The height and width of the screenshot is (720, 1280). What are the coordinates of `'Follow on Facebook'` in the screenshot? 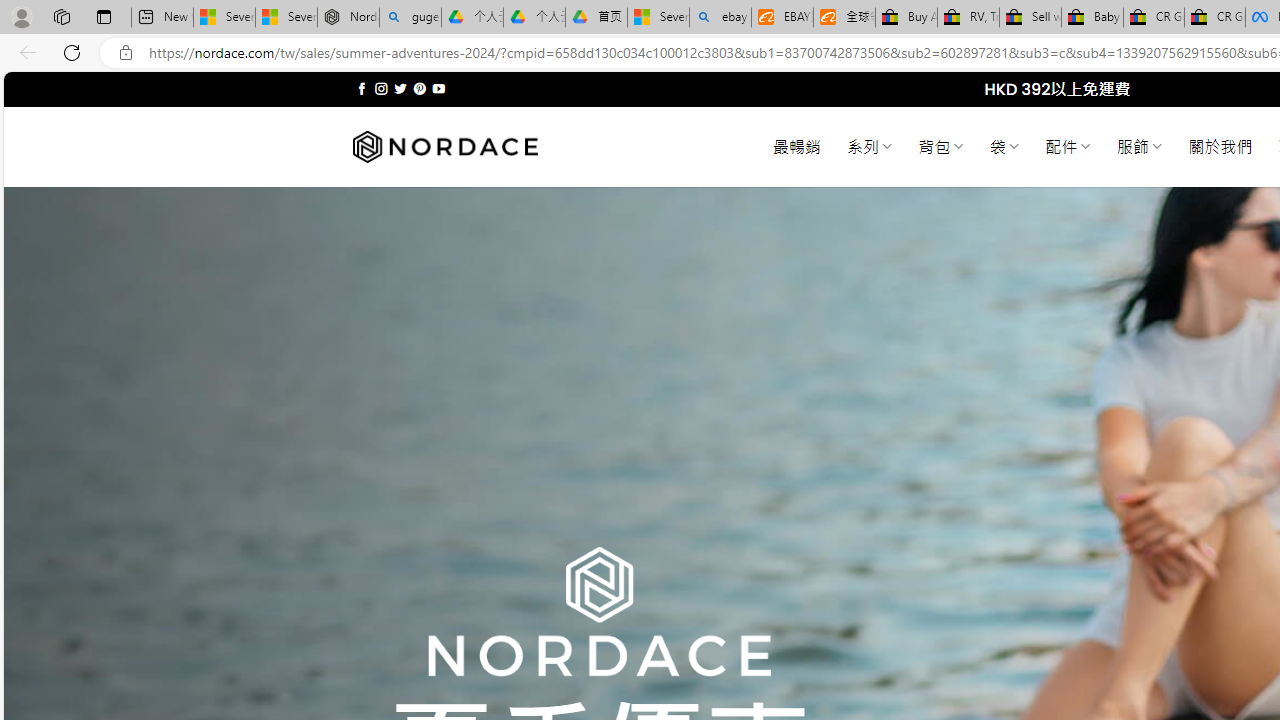 It's located at (362, 88).